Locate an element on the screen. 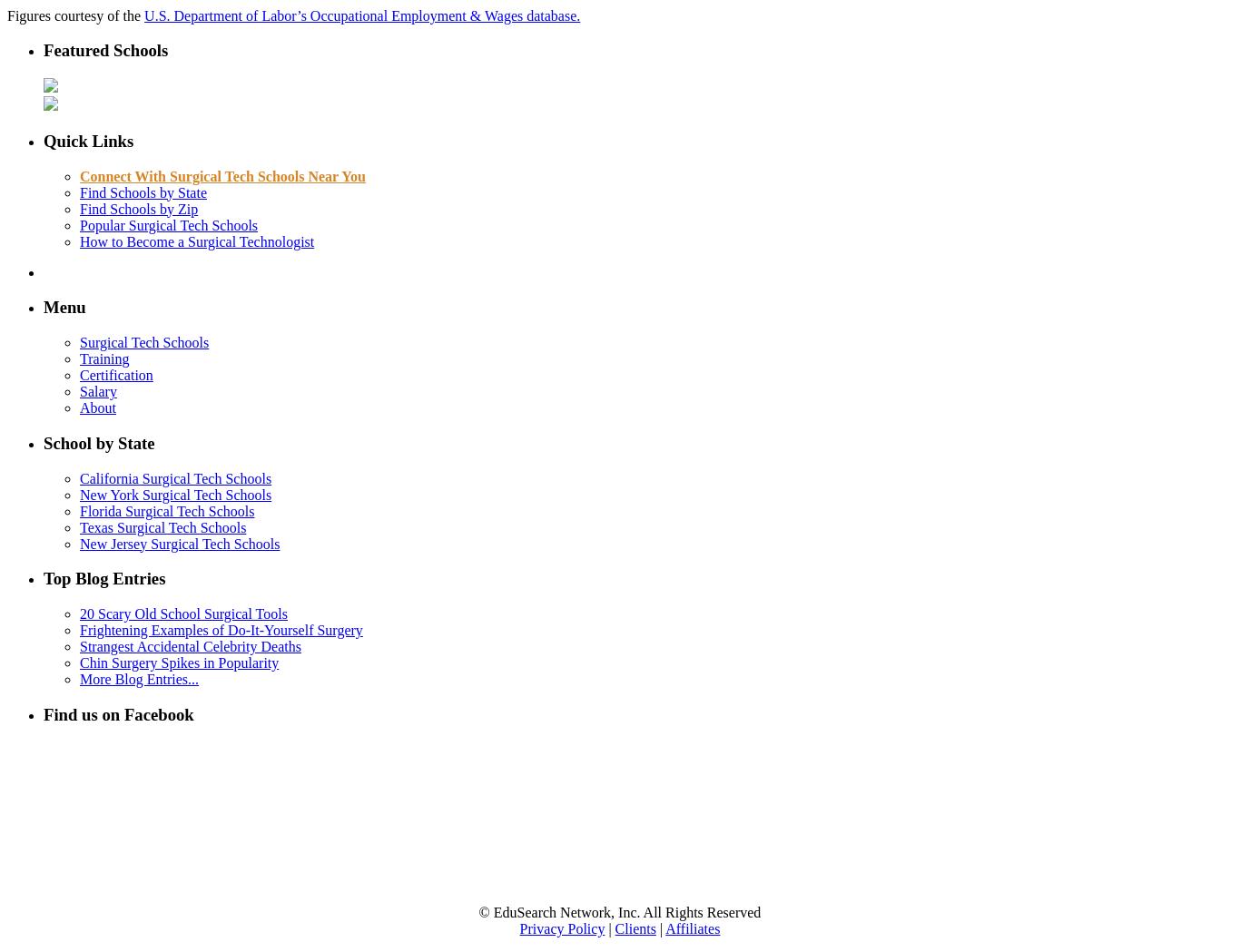 The width and height of the screenshot is (1240, 952). 'Training' is located at coordinates (79, 358).